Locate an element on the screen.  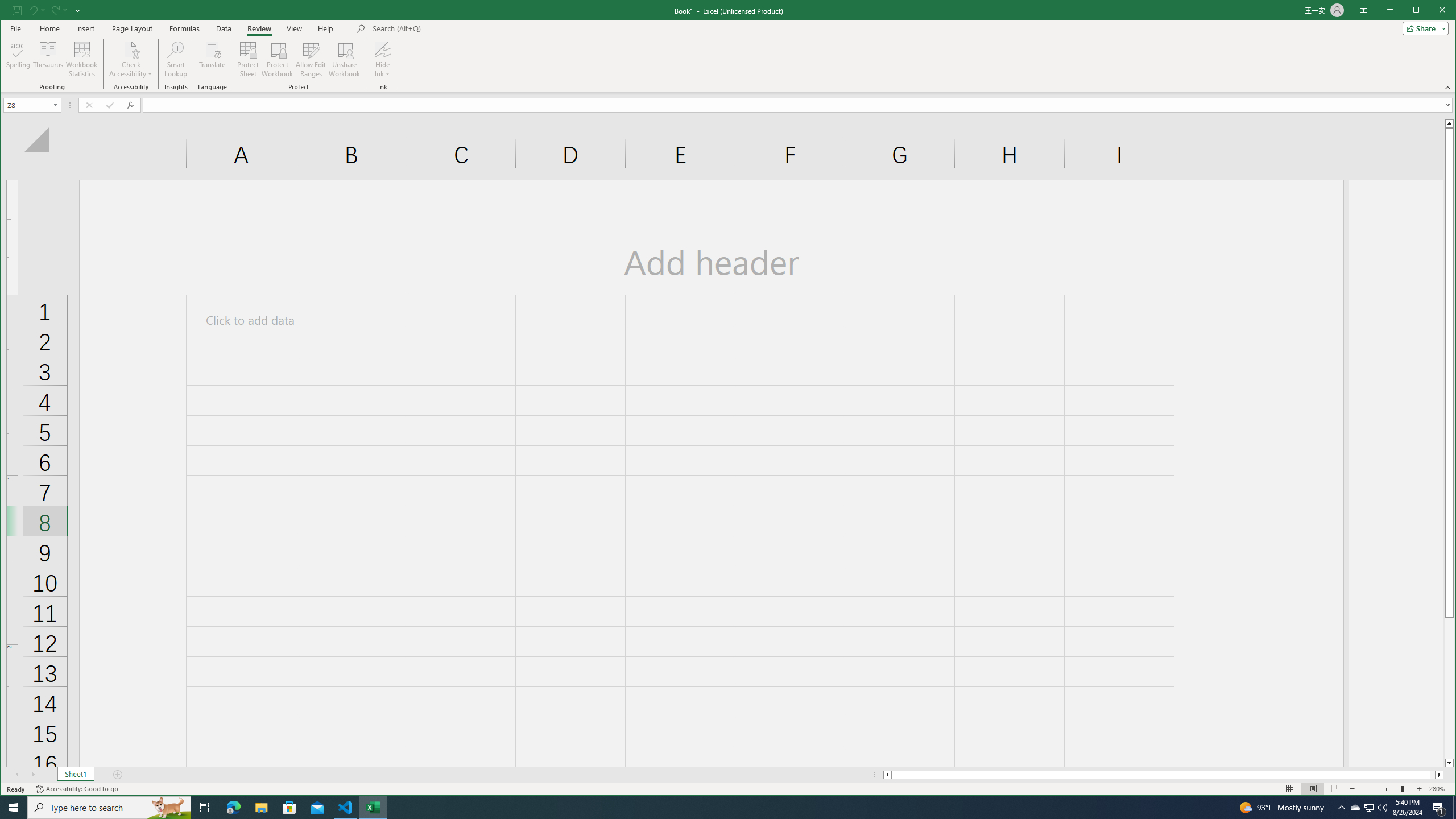
'Page Break Preview' is located at coordinates (1335, 788).